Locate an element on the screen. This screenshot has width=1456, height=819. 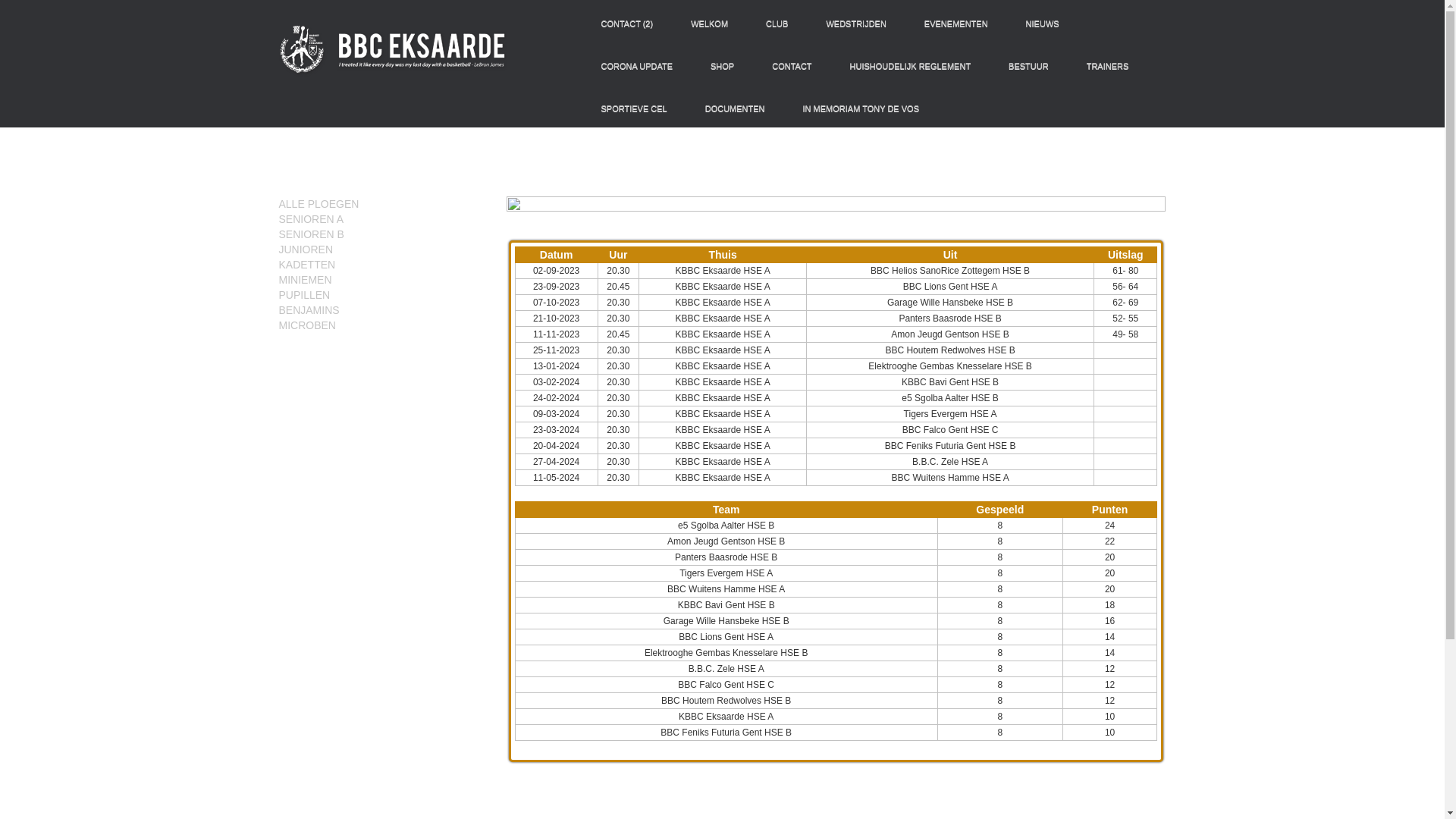
'CONTACT (2)' is located at coordinates (588, 23).